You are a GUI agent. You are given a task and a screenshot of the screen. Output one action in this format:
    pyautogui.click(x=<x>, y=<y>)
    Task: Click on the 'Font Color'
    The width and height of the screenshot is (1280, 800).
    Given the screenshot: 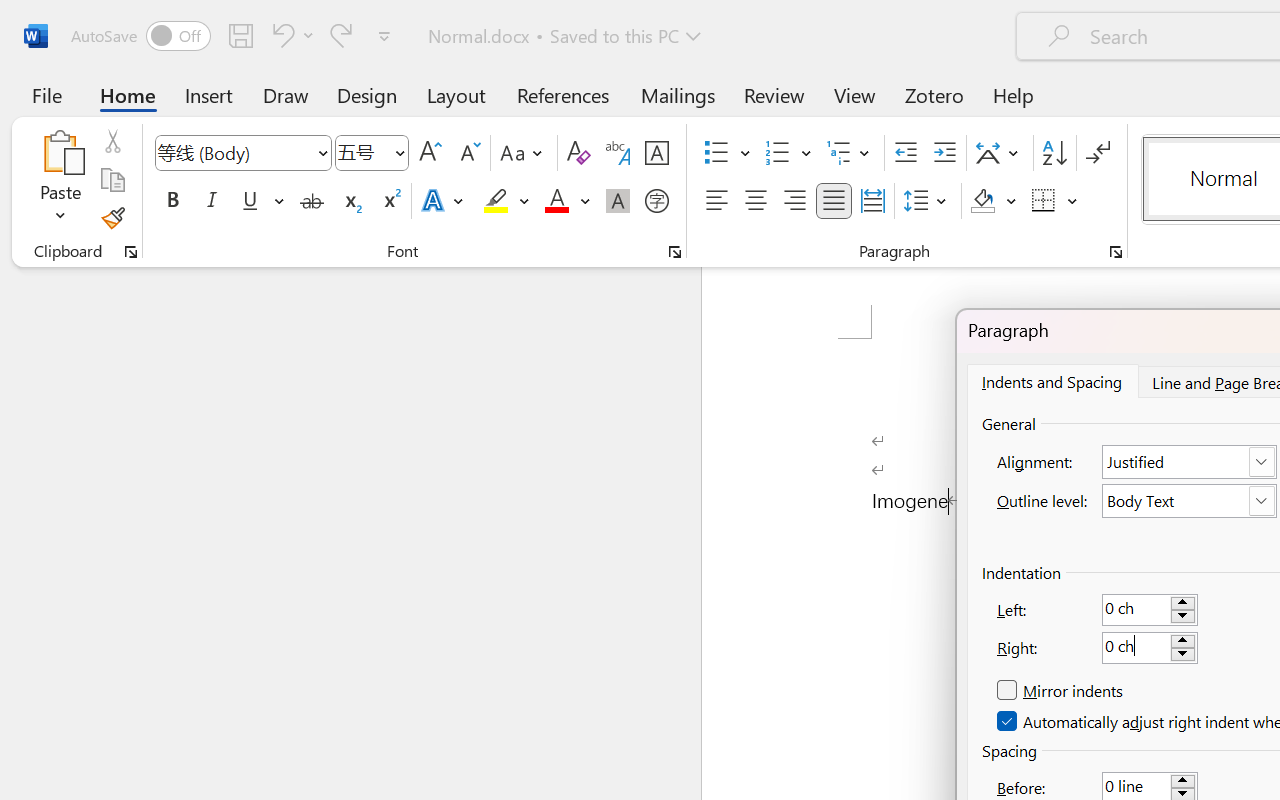 What is the action you would take?
    pyautogui.click(x=566, y=201)
    